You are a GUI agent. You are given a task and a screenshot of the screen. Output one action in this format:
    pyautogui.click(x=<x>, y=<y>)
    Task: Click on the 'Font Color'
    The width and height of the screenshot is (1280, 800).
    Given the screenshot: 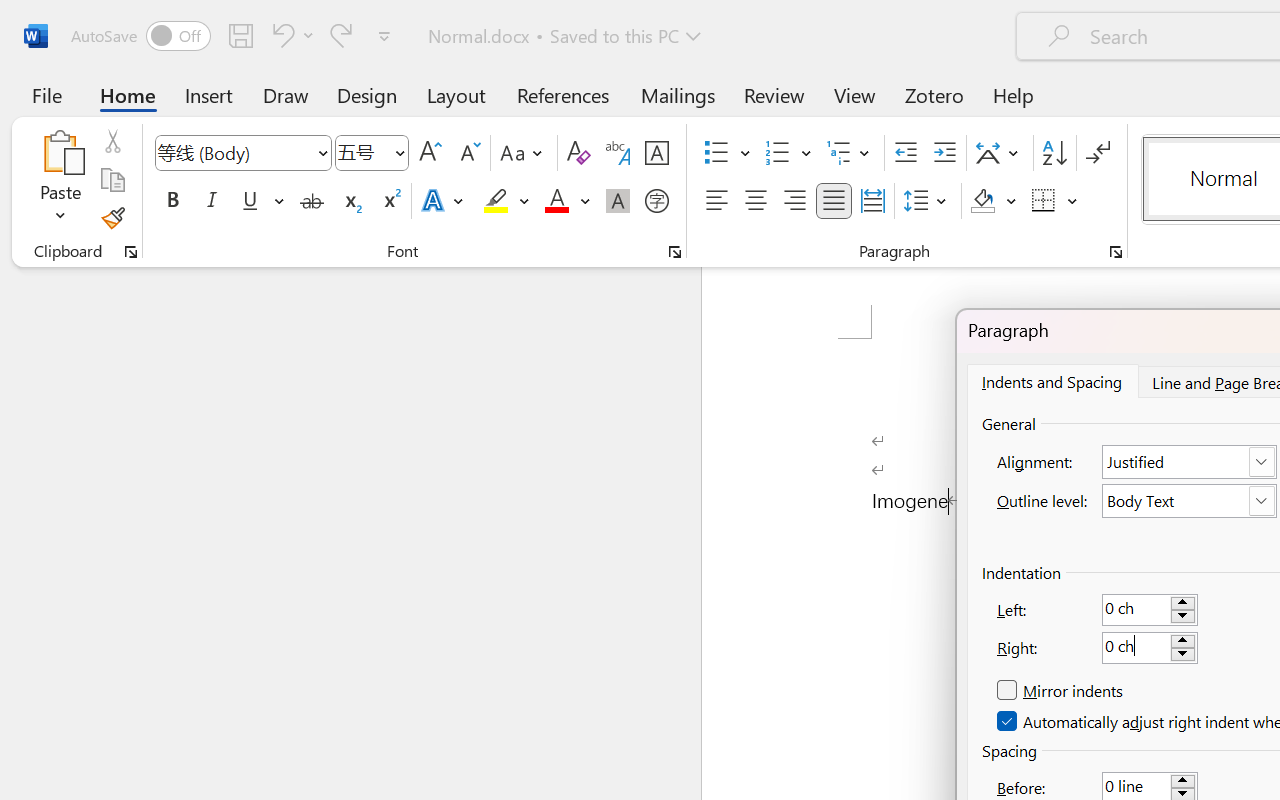 What is the action you would take?
    pyautogui.click(x=566, y=201)
    